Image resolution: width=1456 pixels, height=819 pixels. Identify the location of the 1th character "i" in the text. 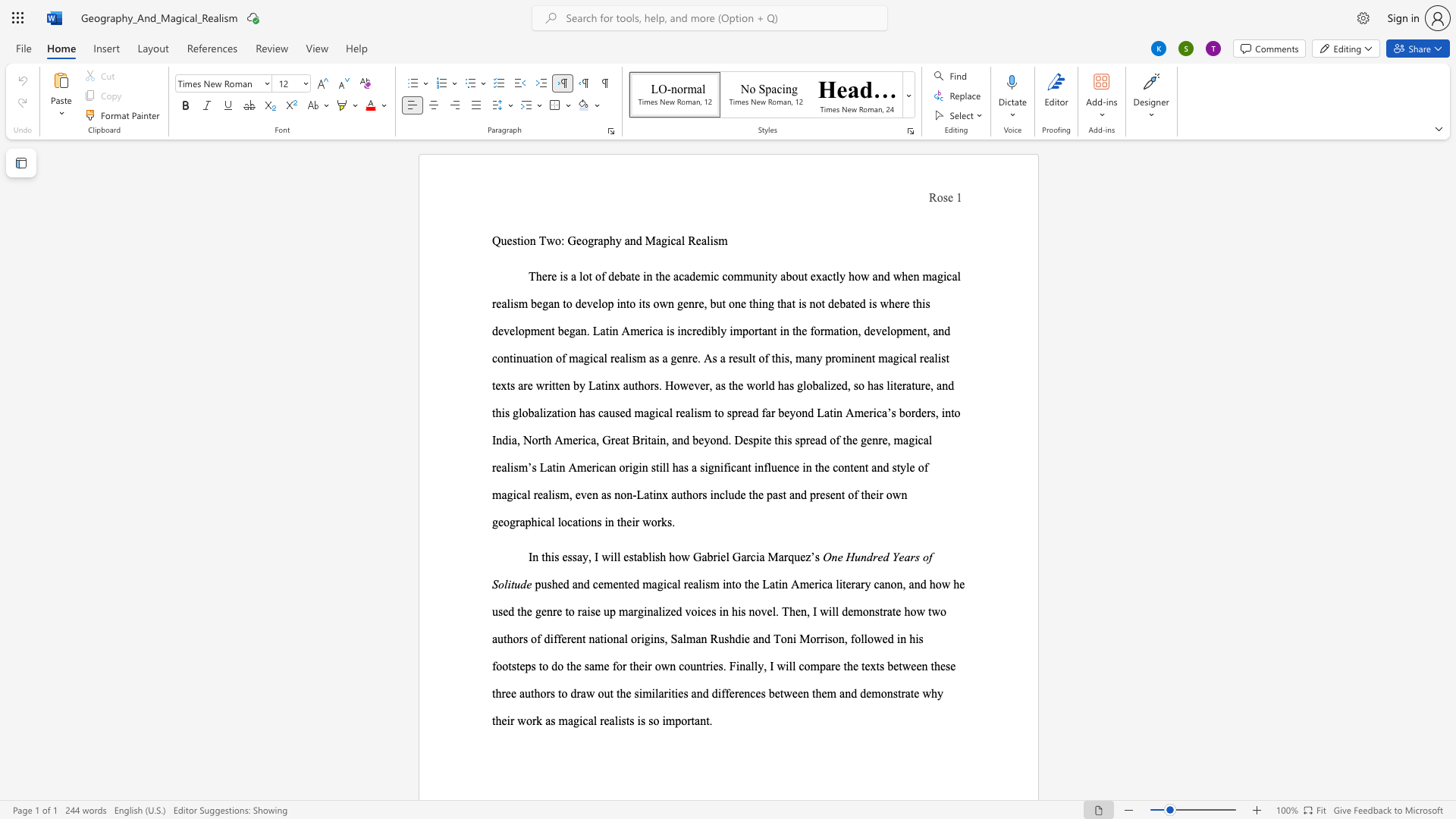
(705, 466).